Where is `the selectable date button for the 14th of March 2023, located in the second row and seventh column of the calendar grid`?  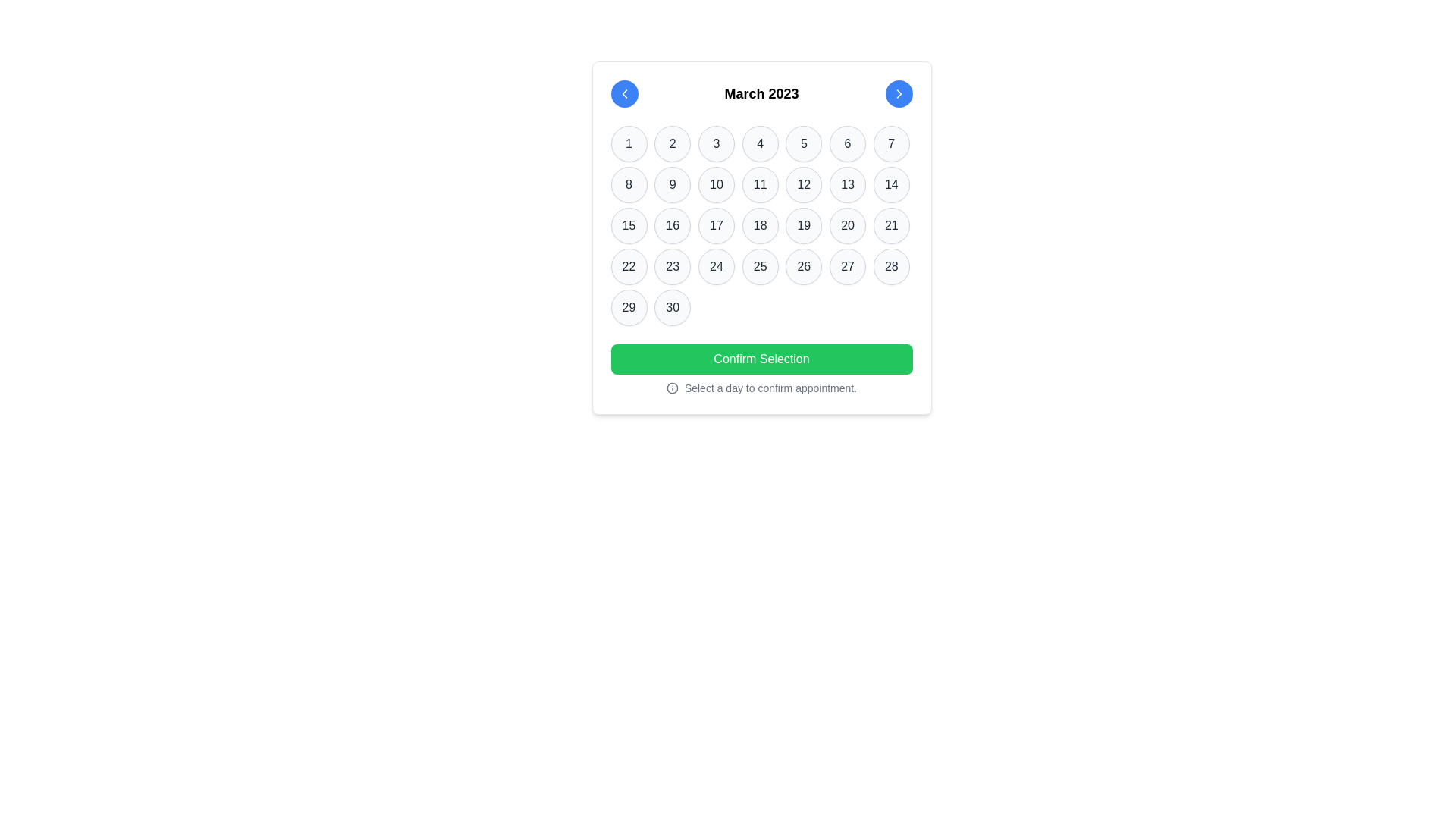
the selectable date button for the 14th of March 2023, located in the second row and seventh column of the calendar grid is located at coordinates (891, 184).